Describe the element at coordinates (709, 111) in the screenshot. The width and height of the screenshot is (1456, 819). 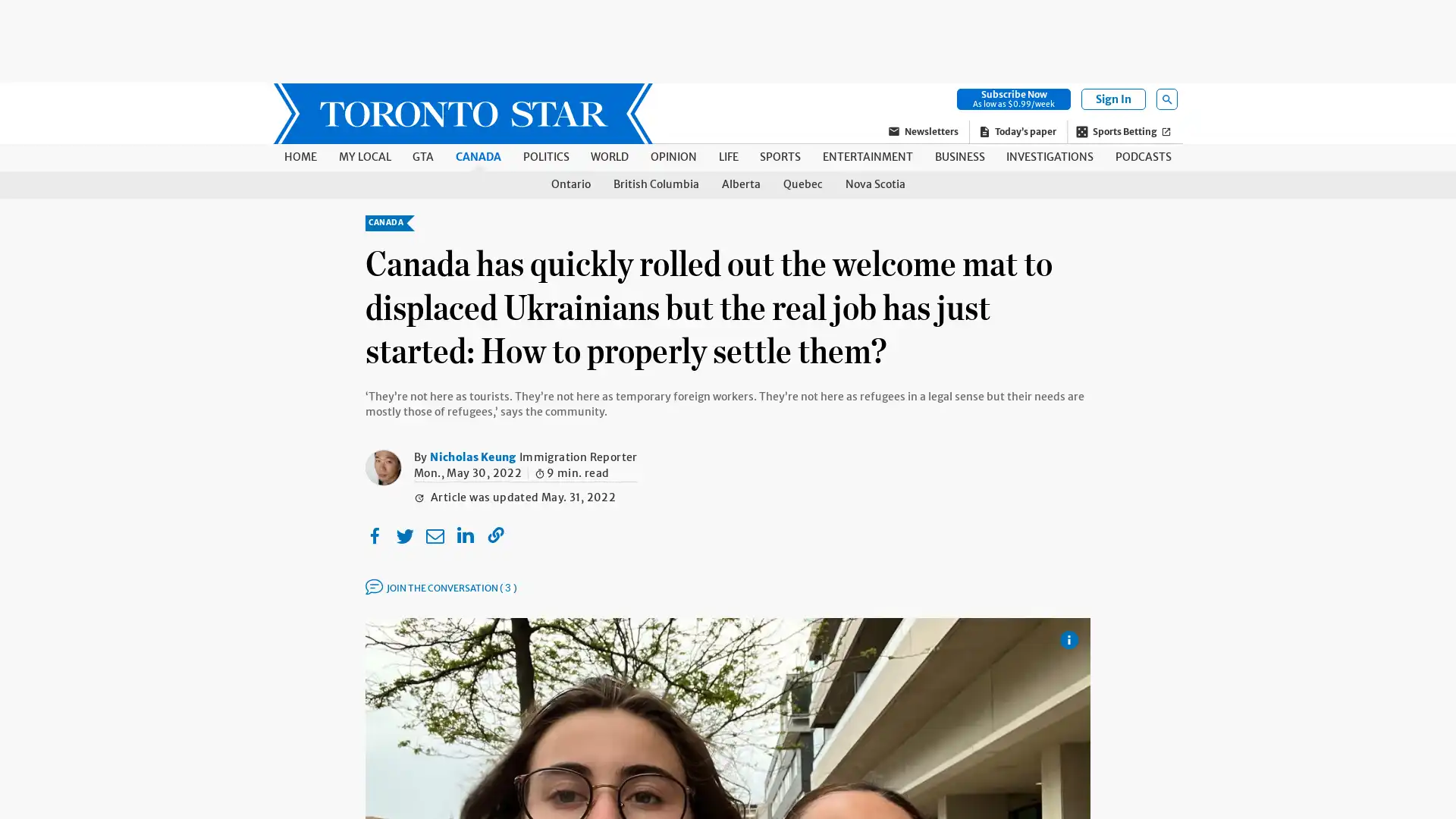
I see `SKIP TO MAIN CONTENT` at that location.